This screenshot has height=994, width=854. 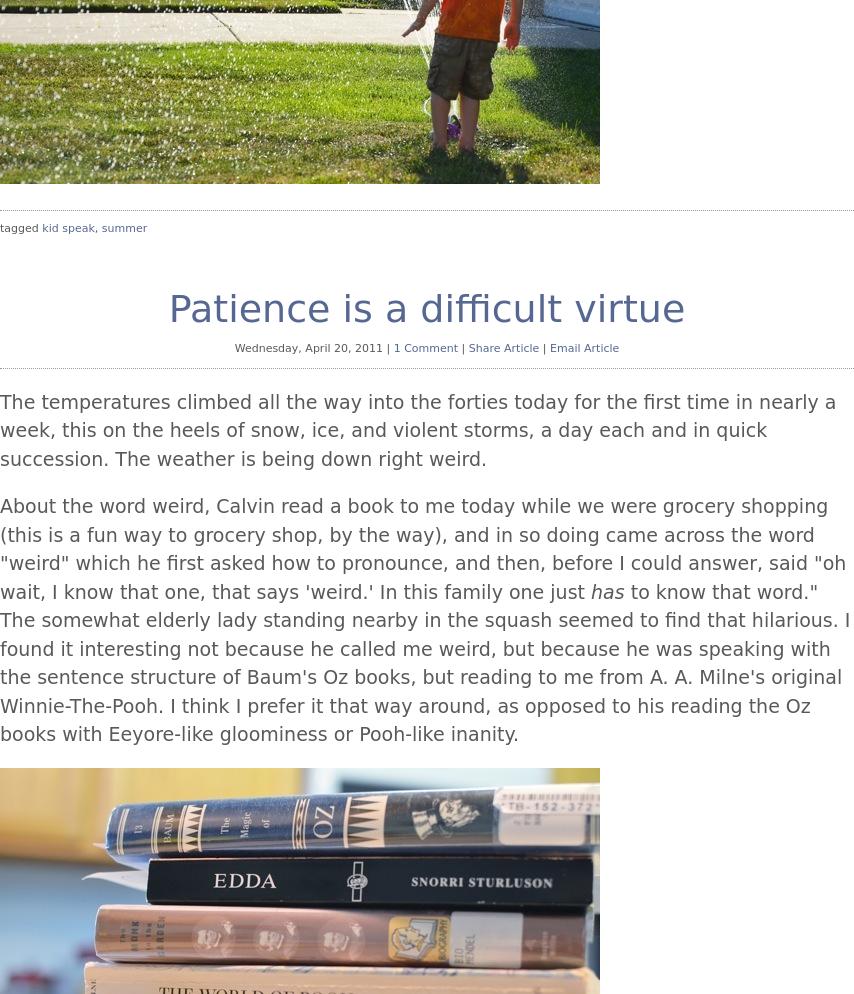 What do you see at coordinates (97, 228) in the screenshot?
I see `','` at bounding box center [97, 228].